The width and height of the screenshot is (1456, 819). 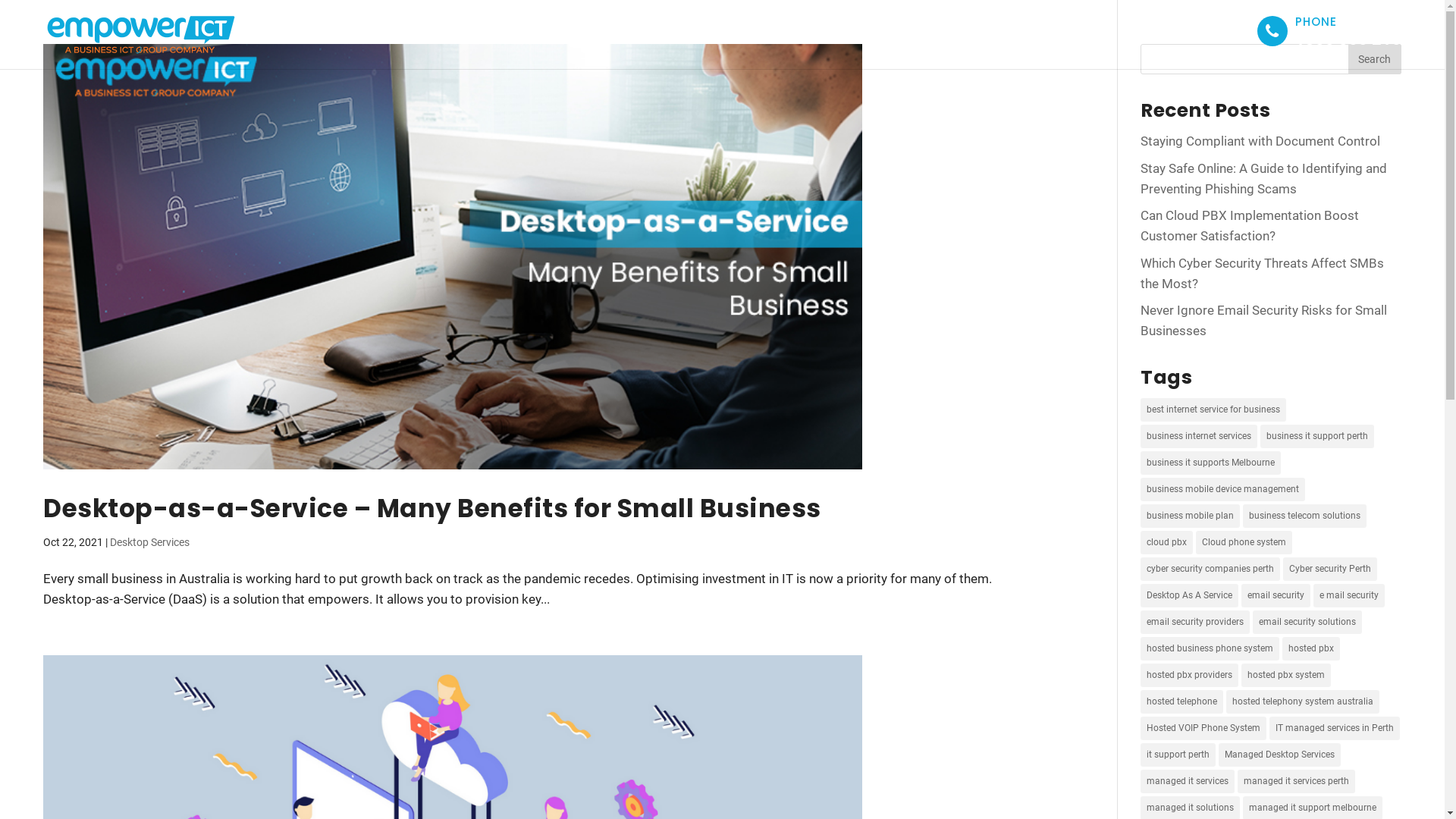 I want to click on 'business internet services', so click(x=1140, y=436).